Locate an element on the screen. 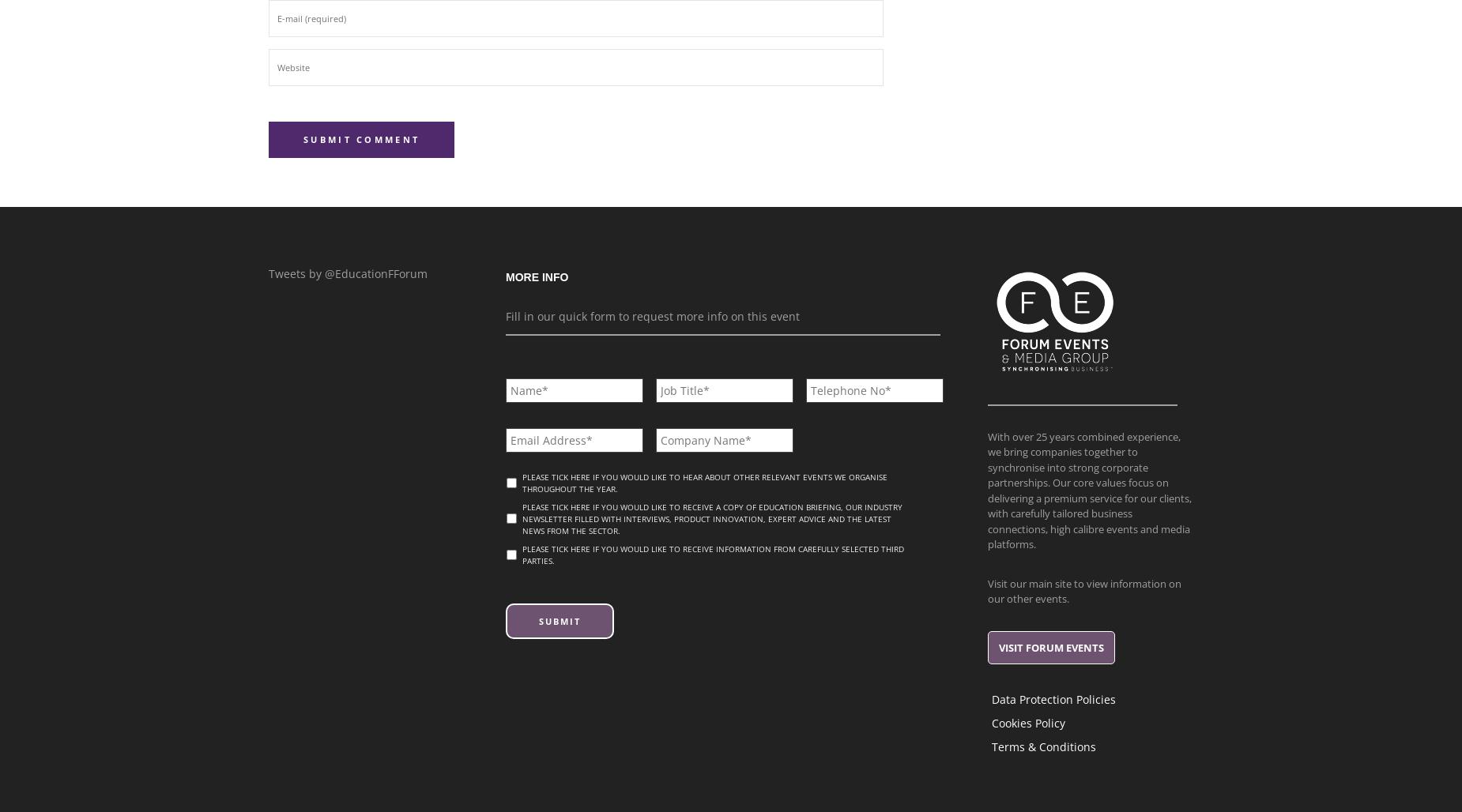 This screenshot has width=1462, height=812. 'Cookies Policy' is located at coordinates (1027, 722).